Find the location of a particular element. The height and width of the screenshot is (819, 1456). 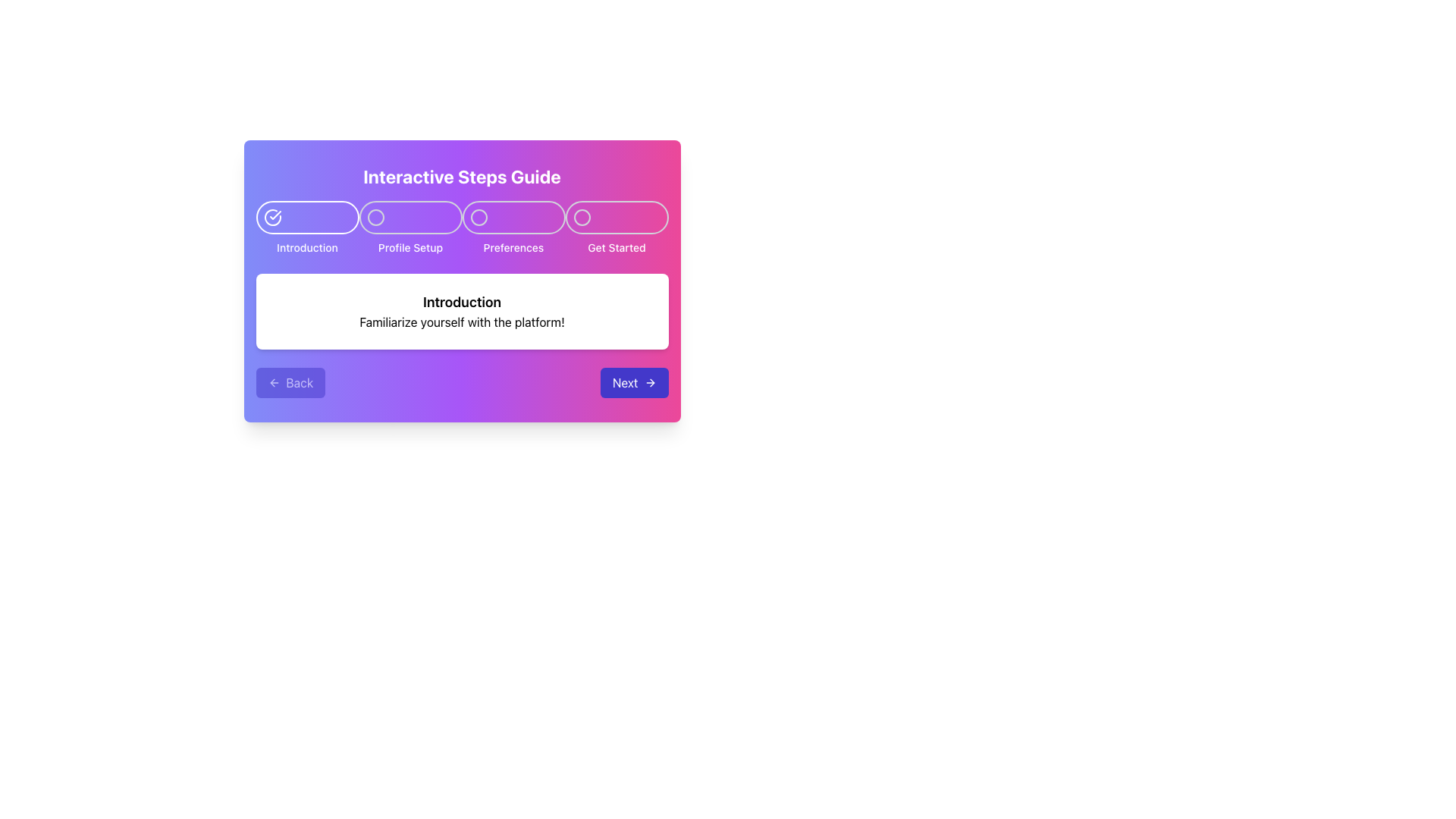

the last step indicator in the guided interactive process, located at the top-right side of the interface after 'Preferences' is located at coordinates (617, 227).